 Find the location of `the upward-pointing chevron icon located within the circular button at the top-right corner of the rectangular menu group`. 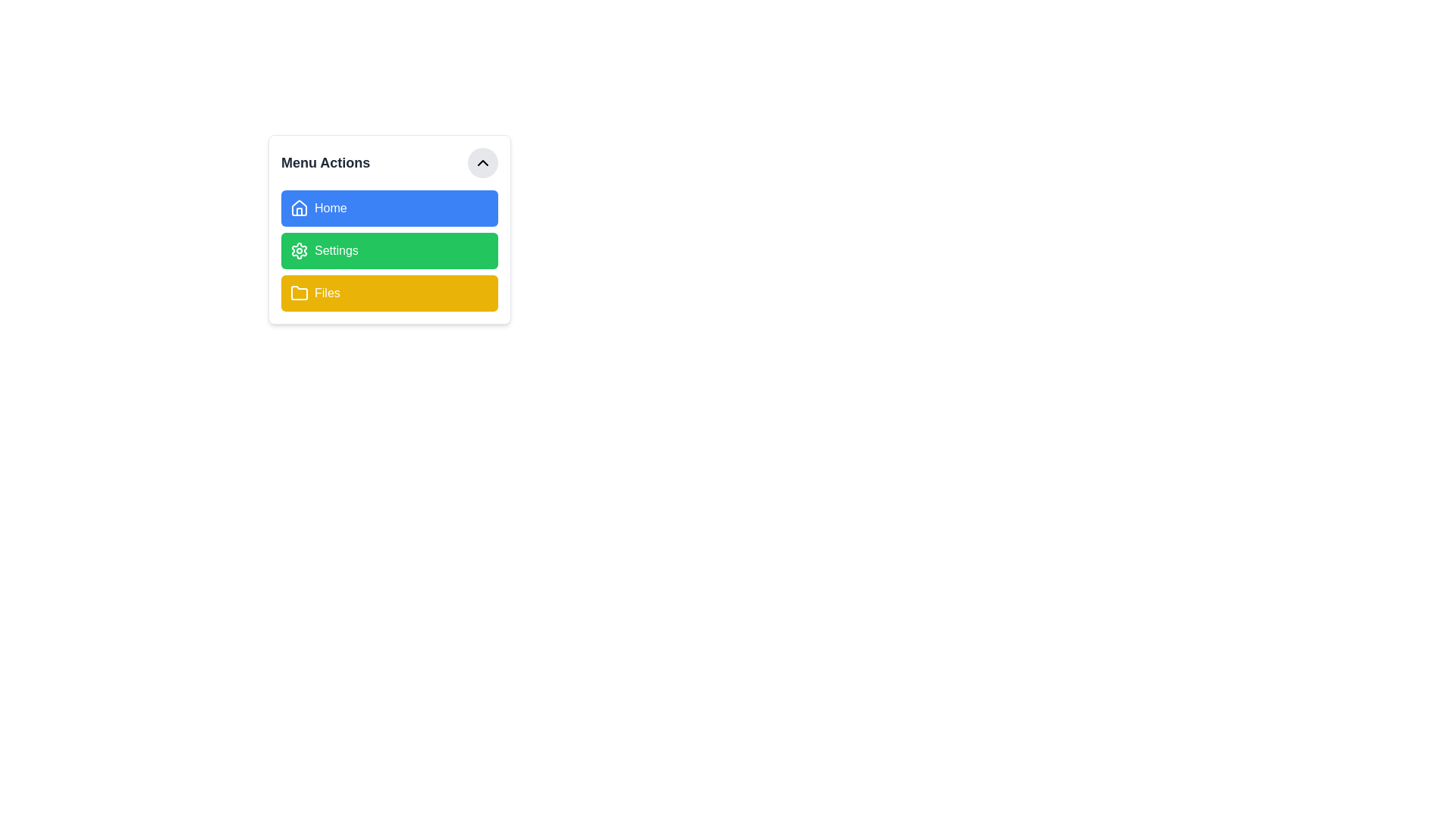

the upward-pointing chevron icon located within the circular button at the top-right corner of the rectangular menu group is located at coordinates (482, 163).